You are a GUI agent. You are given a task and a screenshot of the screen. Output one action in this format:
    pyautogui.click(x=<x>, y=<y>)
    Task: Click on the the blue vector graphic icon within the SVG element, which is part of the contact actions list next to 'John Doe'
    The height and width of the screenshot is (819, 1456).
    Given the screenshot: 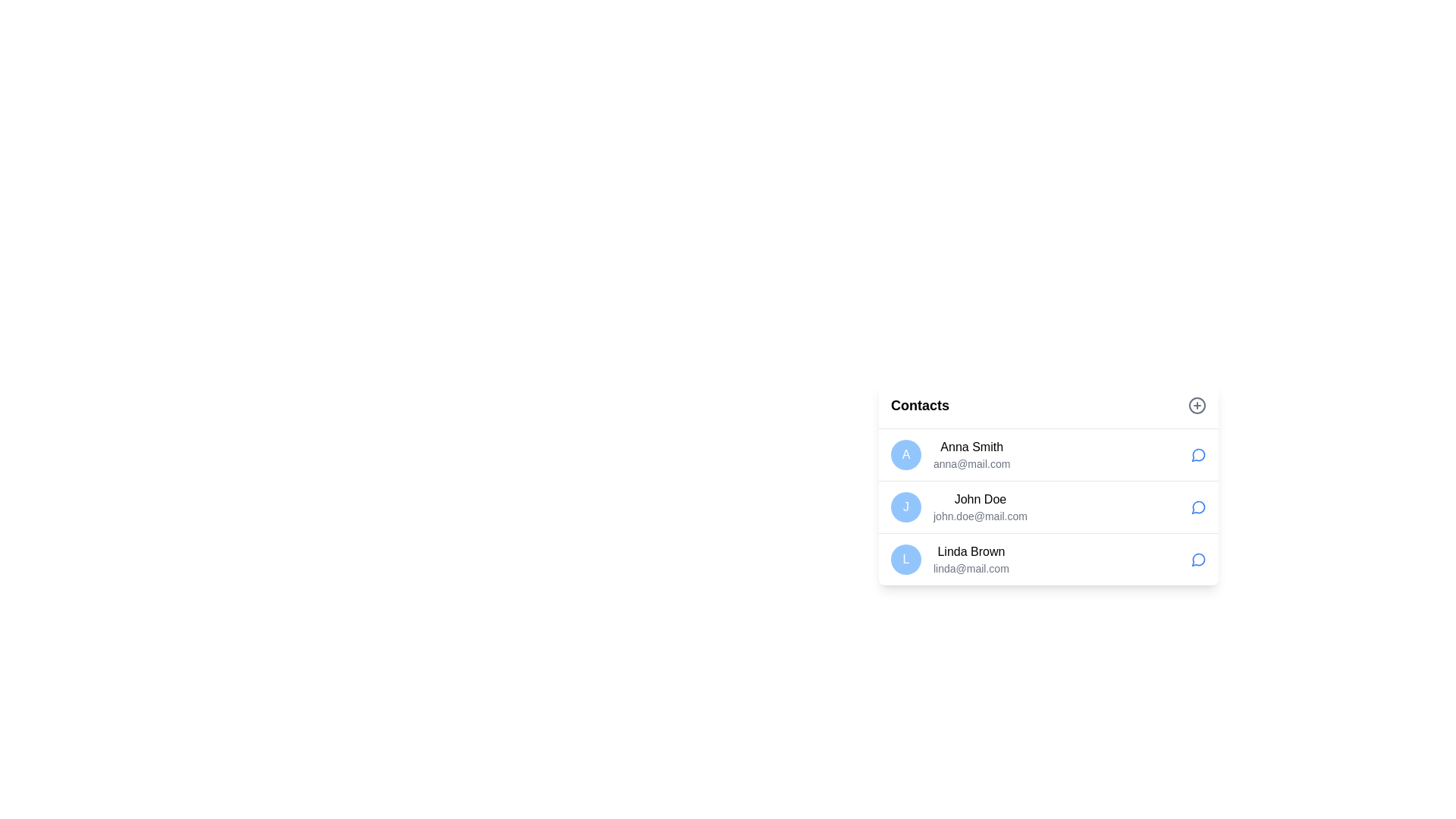 What is the action you would take?
    pyautogui.click(x=1197, y=507)
    